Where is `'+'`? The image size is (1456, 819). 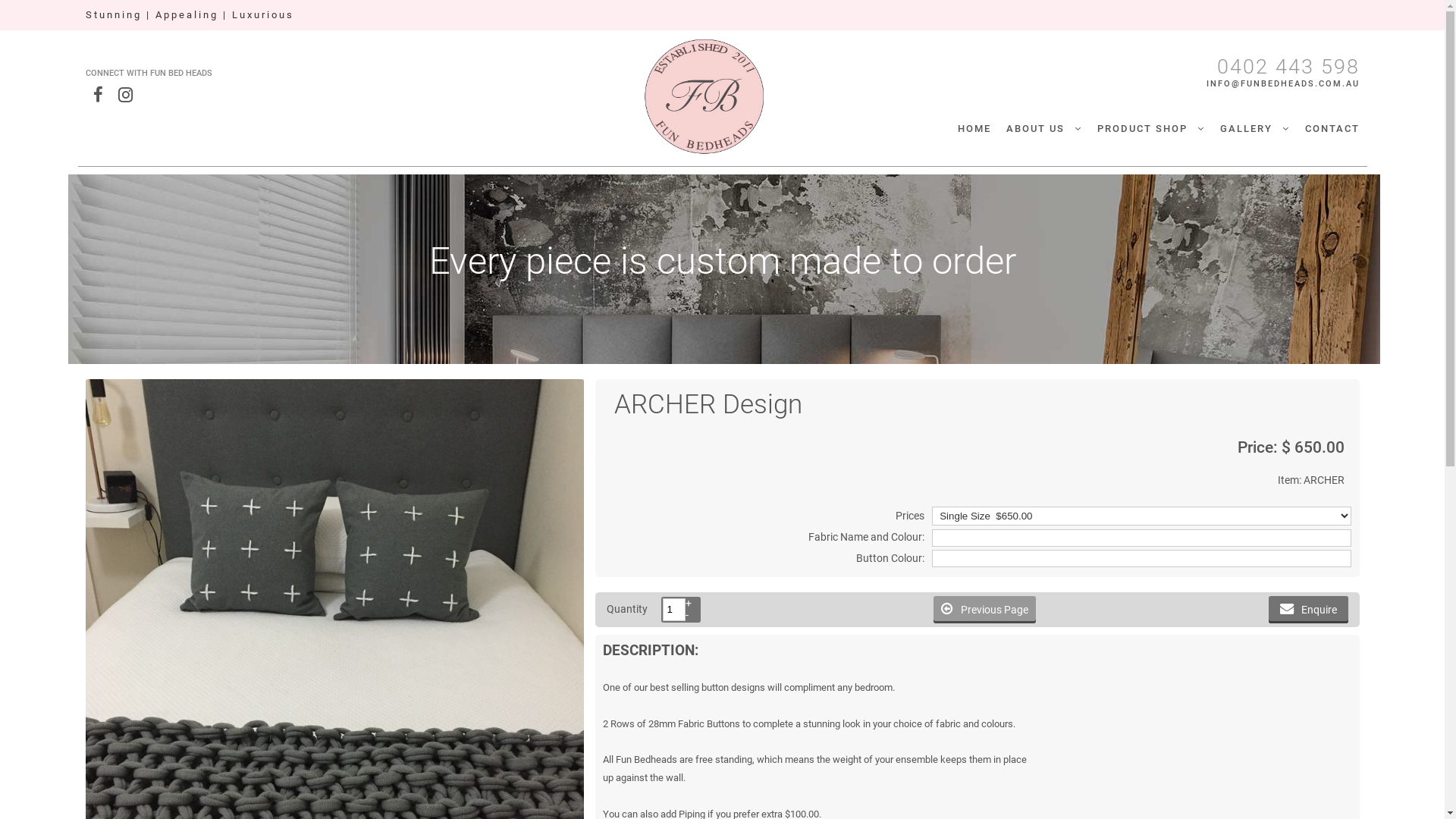
'+' is located at coordinates (684, 602).